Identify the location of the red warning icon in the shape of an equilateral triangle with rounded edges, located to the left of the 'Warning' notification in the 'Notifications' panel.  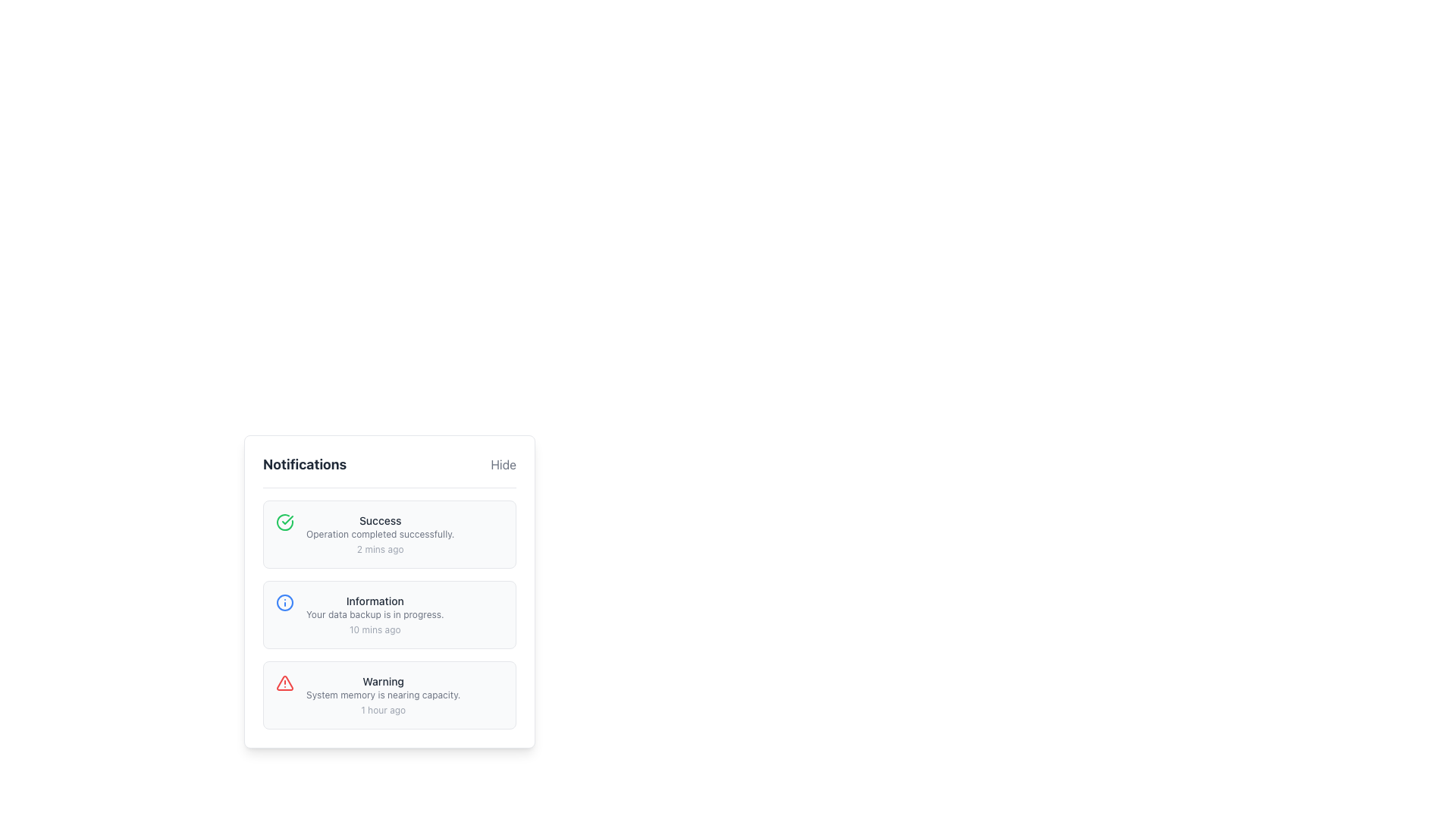
(284, 683).